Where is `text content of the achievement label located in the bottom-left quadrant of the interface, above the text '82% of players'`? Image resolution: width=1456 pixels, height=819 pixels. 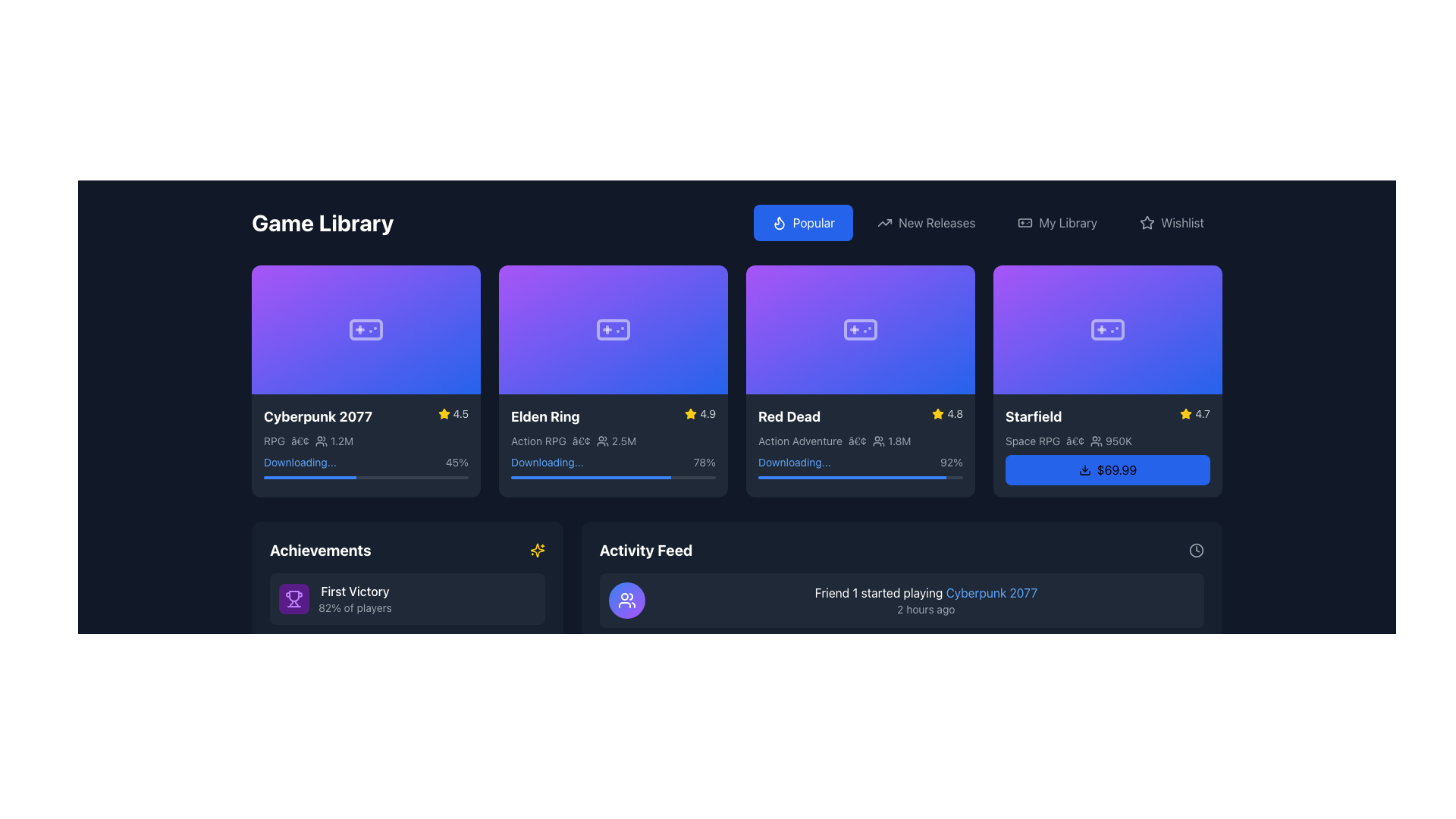
text content of the achievement label located in the bottom-left quadrant of the interface, above the text '82% of players' is located at coordinates (354, 590).